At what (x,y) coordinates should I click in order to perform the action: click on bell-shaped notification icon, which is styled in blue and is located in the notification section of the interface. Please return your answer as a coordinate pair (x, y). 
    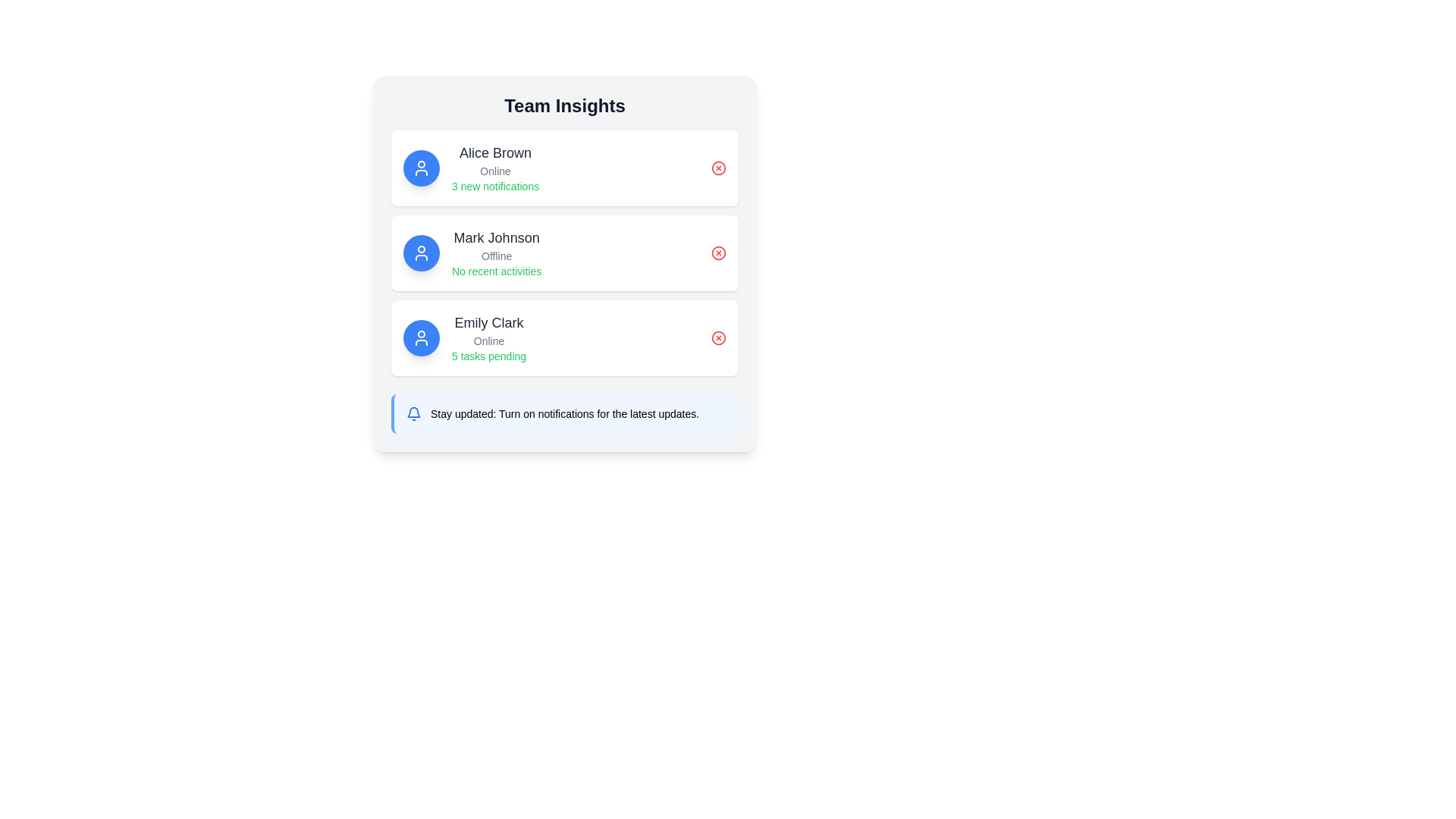
    Looking at the image, I should click on (414, 412).